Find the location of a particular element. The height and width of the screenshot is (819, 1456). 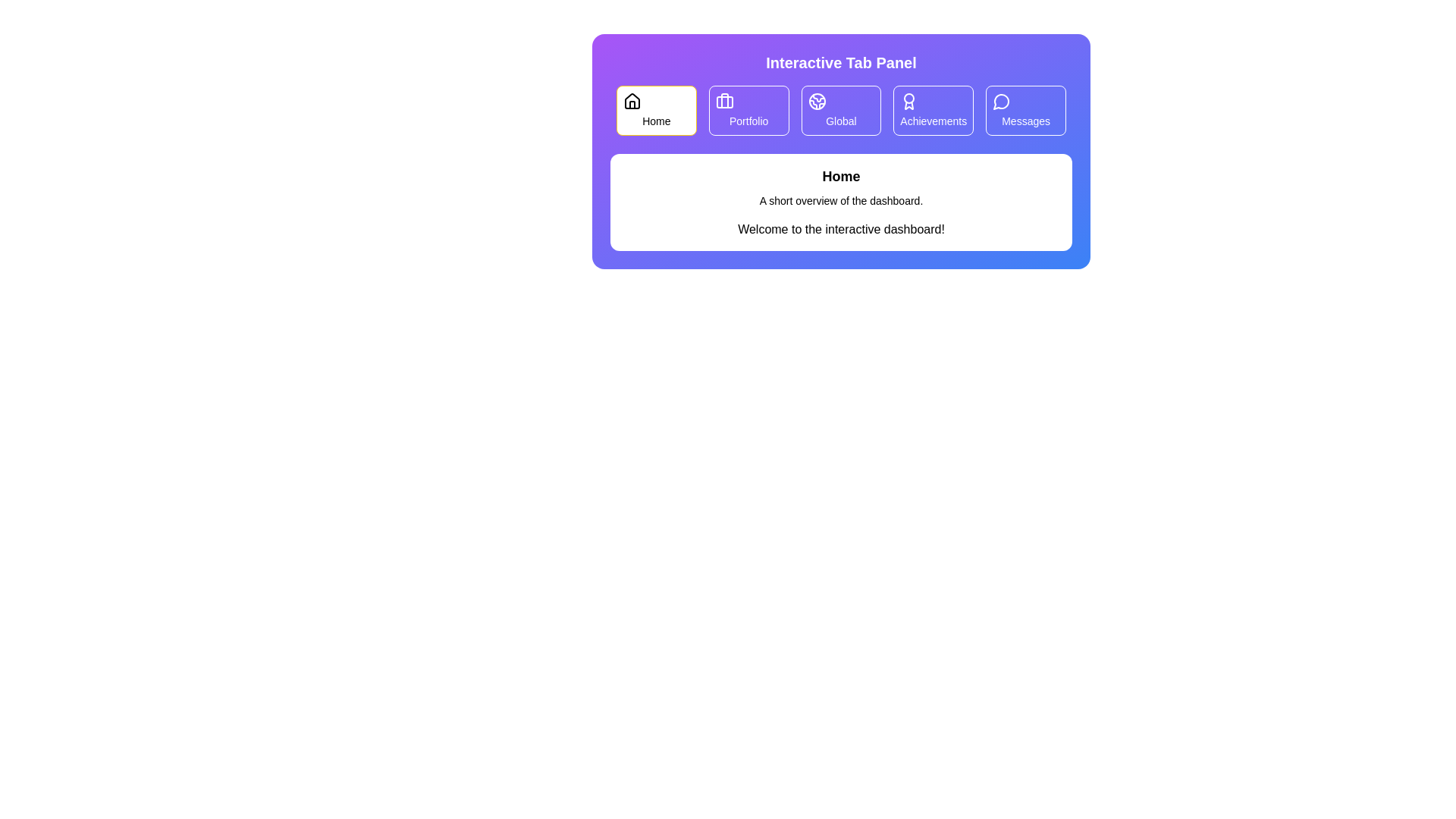

the 'Global' tab in the navigation bar is located at coordinates (840, 110).